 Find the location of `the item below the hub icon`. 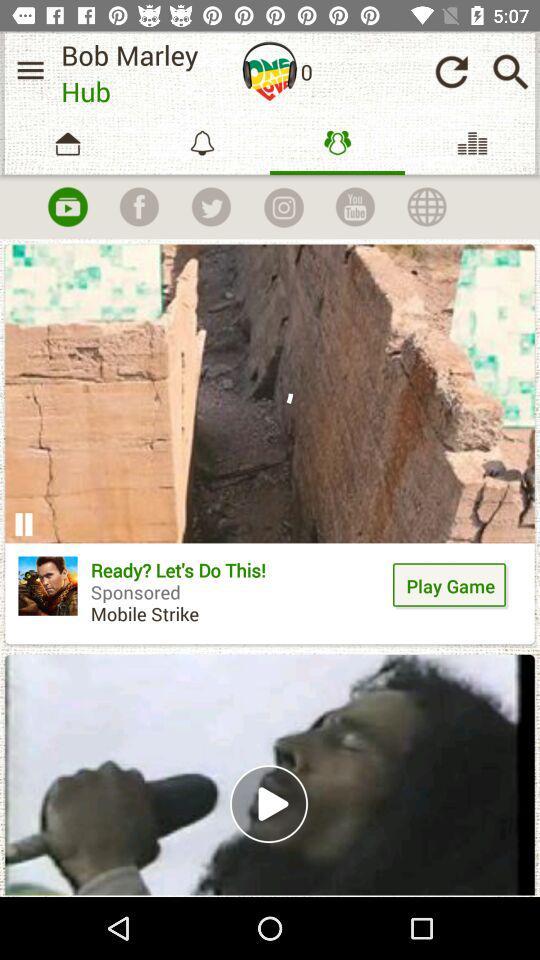

the item below the hub icon is located at coordinates (138, 207).